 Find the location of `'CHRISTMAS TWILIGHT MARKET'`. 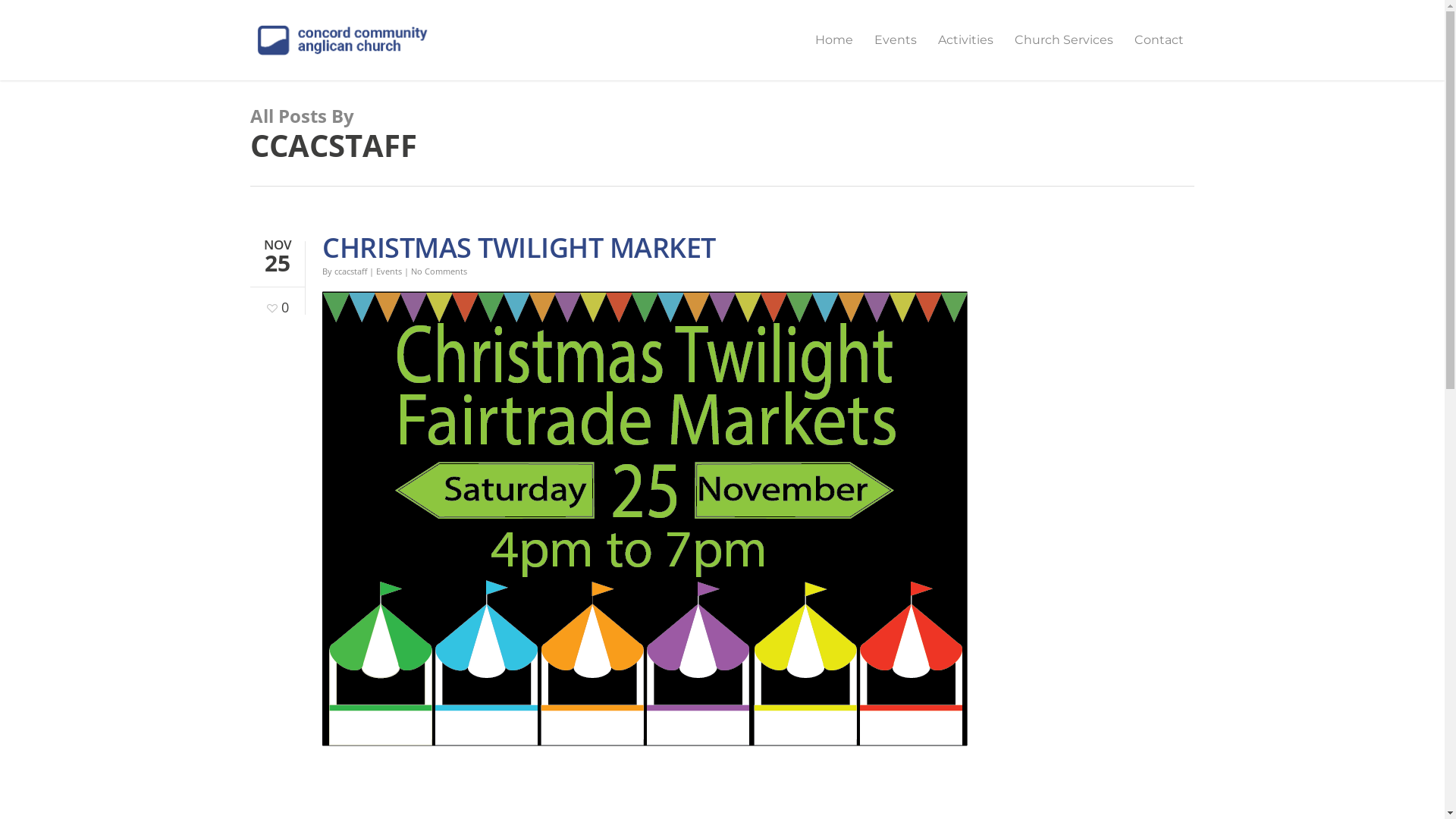

'CHRISTMAS TWILIGHT MARKET' is located at coordinates (519, 246).